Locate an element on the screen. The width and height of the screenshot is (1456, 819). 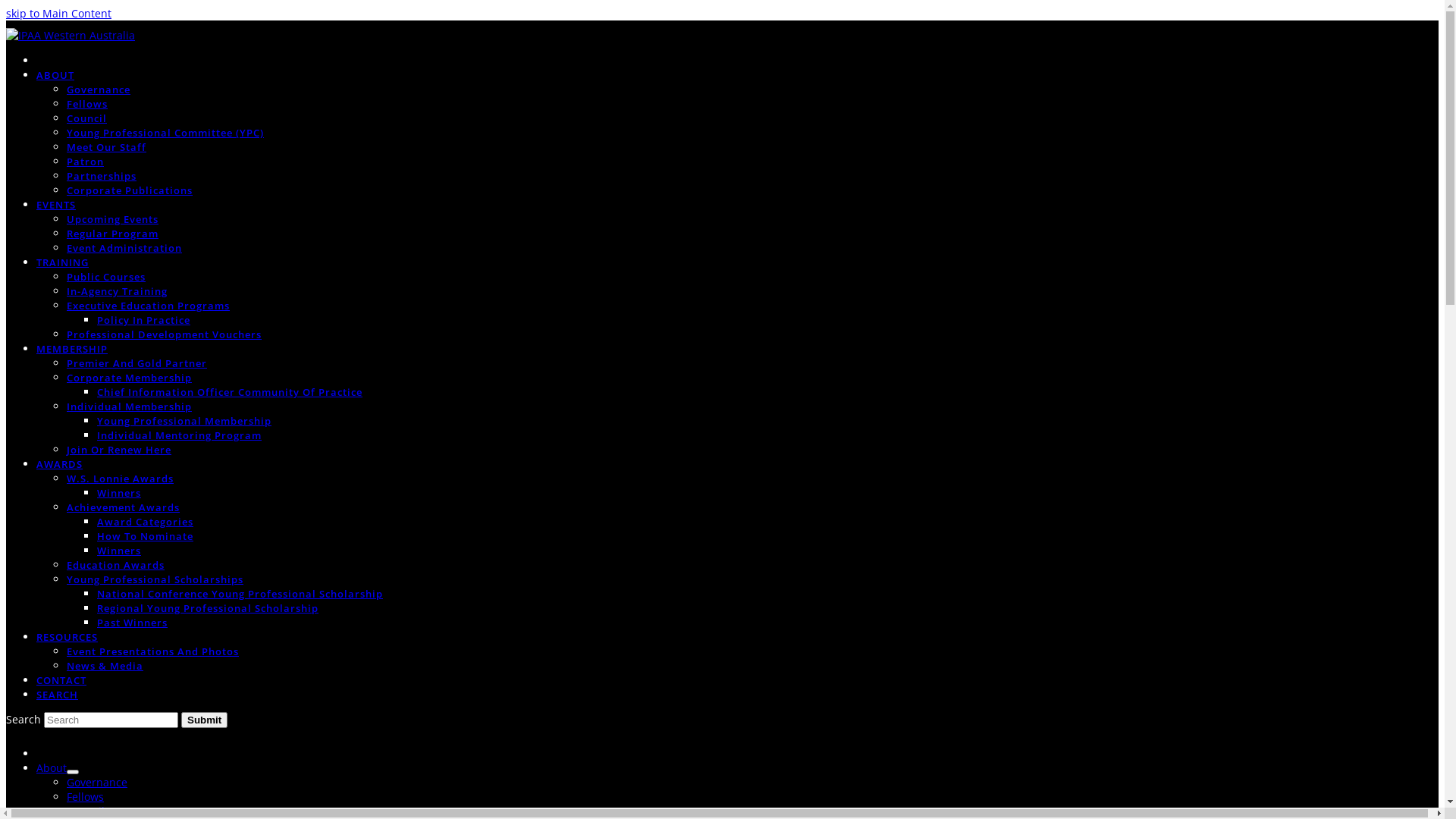
'Partnerships' is located at coordinates (101, 174).